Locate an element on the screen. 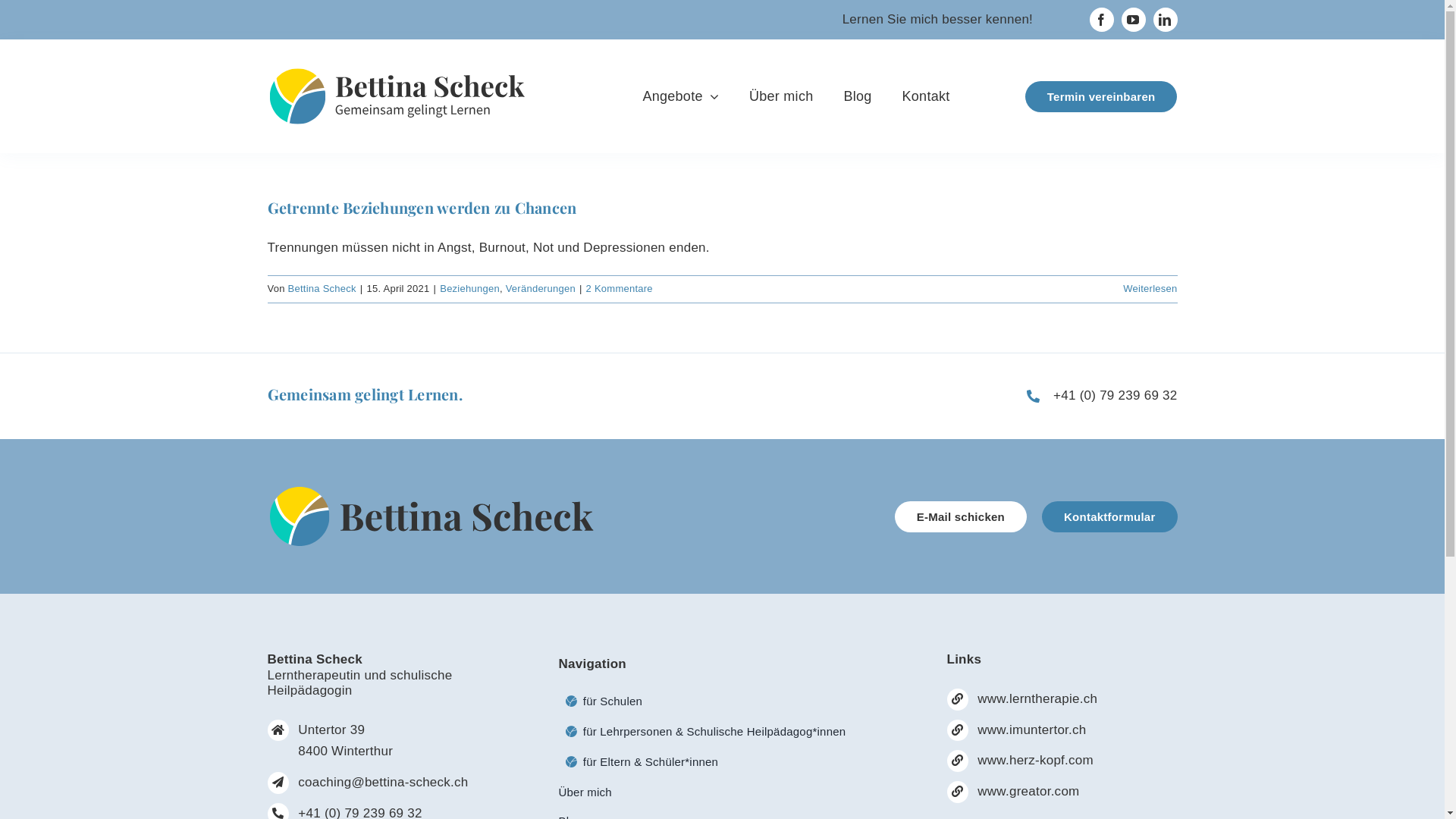 The height and width of the screenshot is (819, 1456). 'www.greator.com' is located at coordinates (1028, 790).